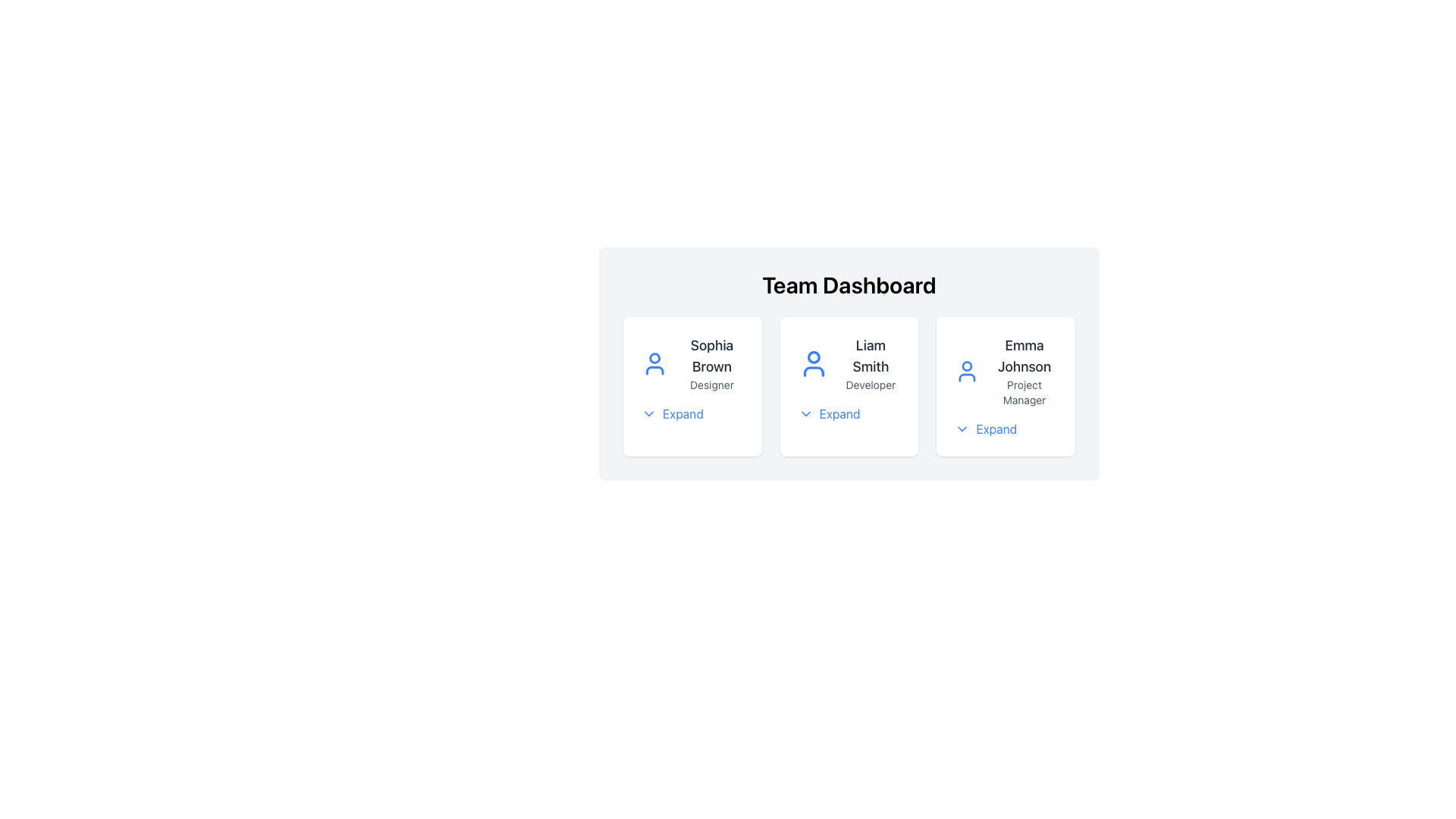 This screenshot has width=1456, height=819. What do you see at coordinates (1025, 356) in the screenshot?
I see `the static text element displaying 'Emma Johnson', which is located at the top-center of the team member card in the Team Dashboard section` at bounding box center [1025, 356].